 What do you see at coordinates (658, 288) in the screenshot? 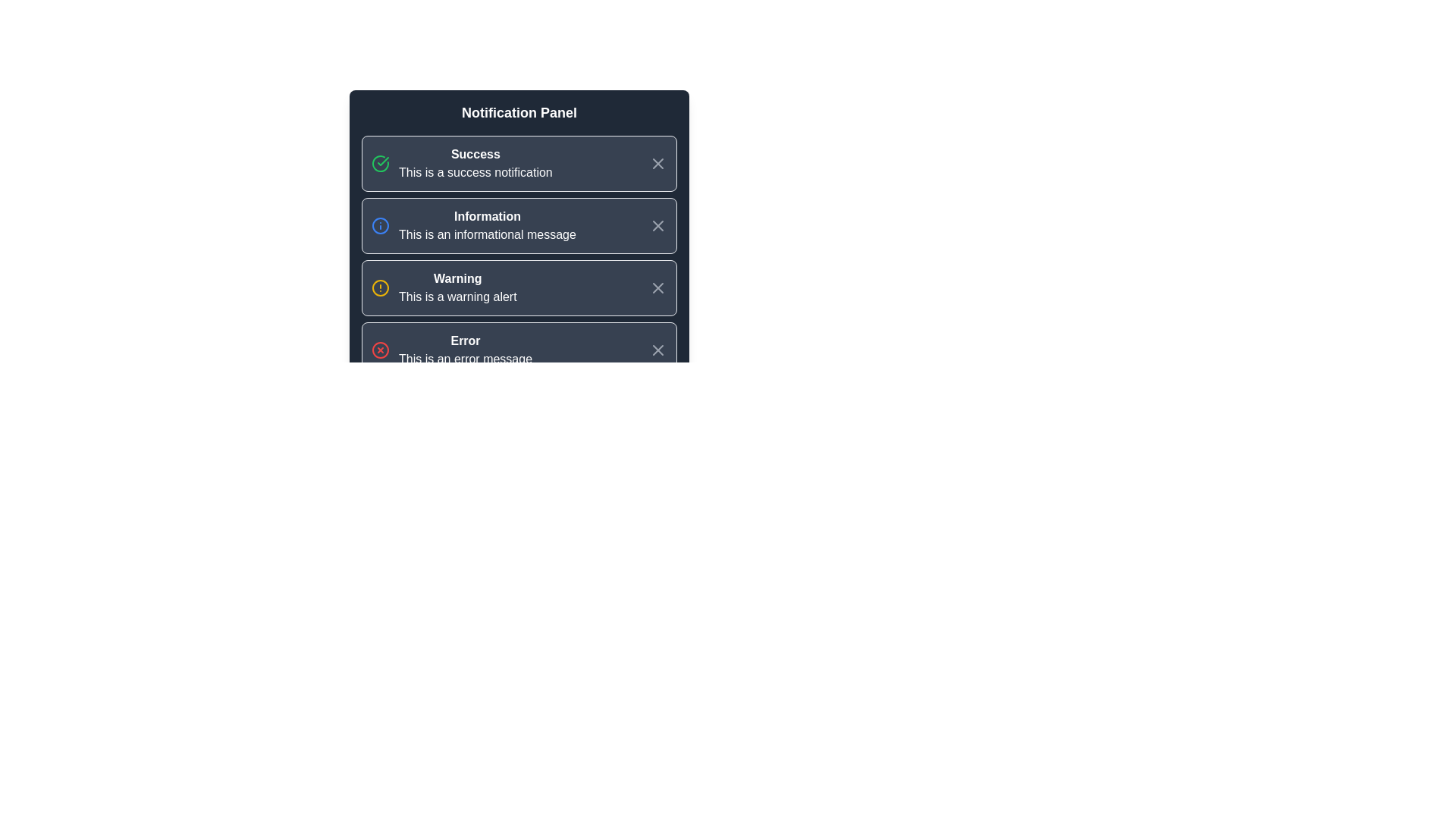
I see `the small 'X' icon located at the top-right corner of the 'Warning' notification box` at bounding box center [658, 288].